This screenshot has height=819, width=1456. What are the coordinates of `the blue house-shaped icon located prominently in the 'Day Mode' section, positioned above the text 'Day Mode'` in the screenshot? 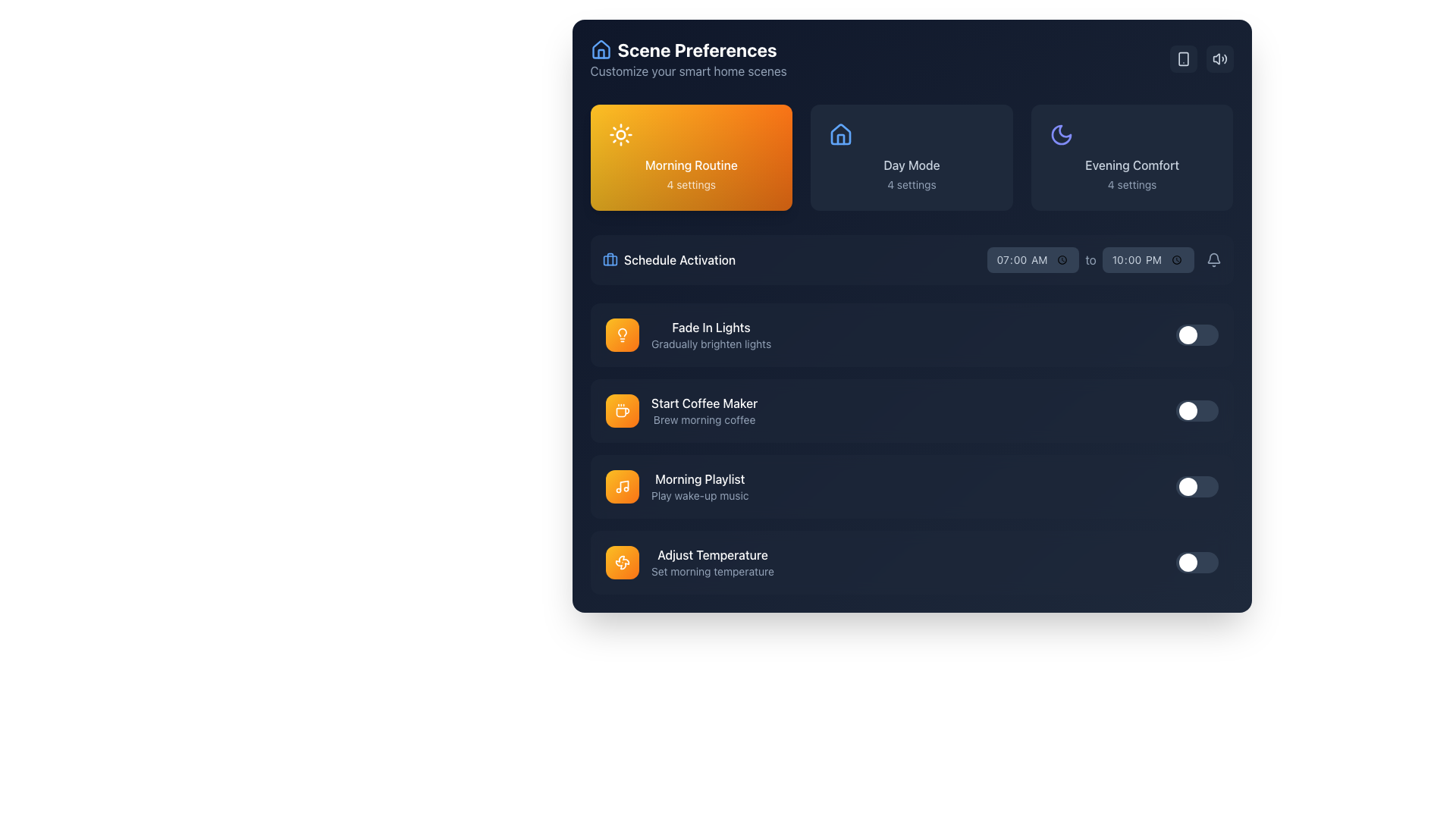 It's located at (840, 133).